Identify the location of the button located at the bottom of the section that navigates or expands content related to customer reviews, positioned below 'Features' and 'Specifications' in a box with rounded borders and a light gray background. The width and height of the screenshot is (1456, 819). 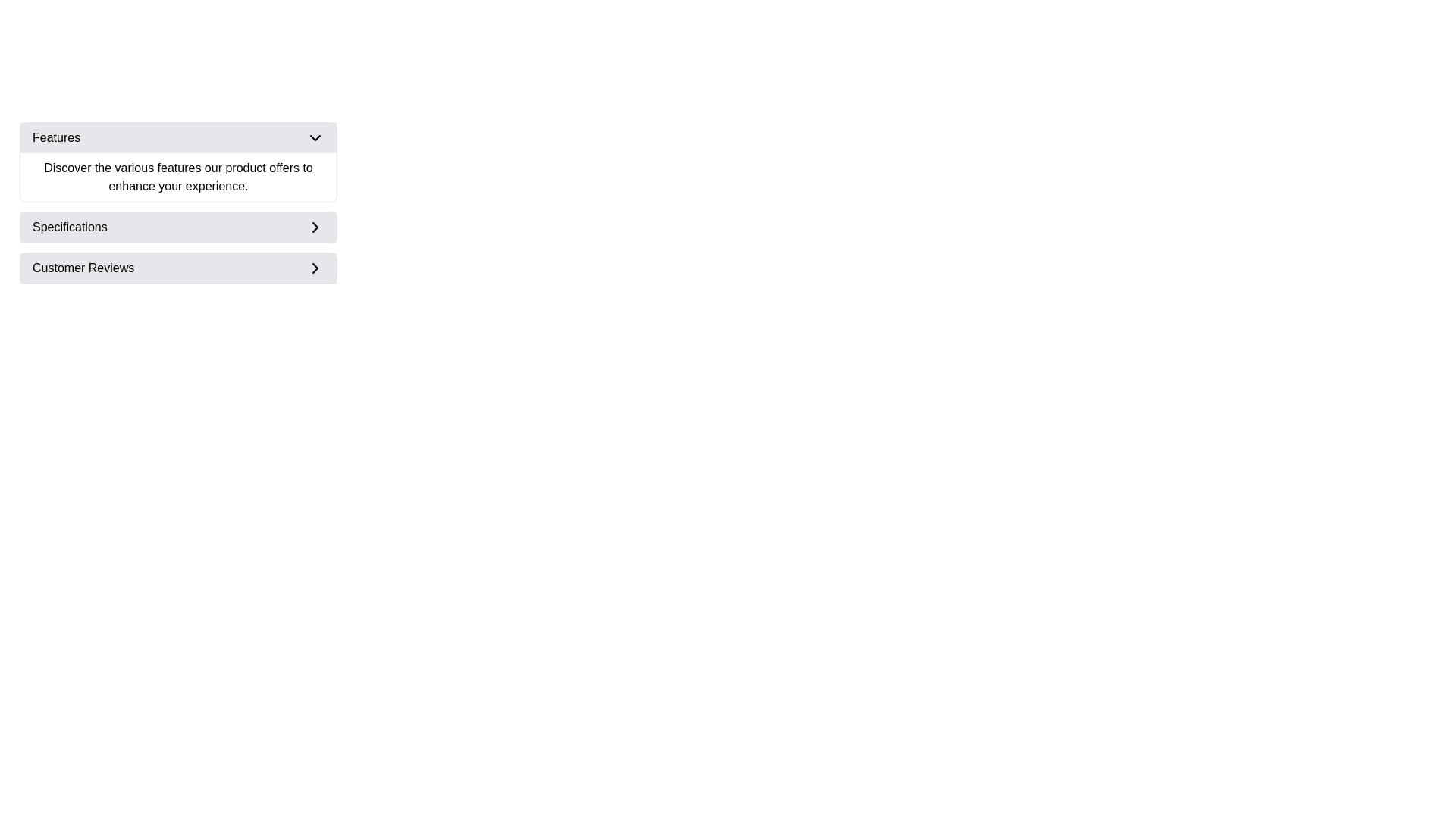
(178, 268).